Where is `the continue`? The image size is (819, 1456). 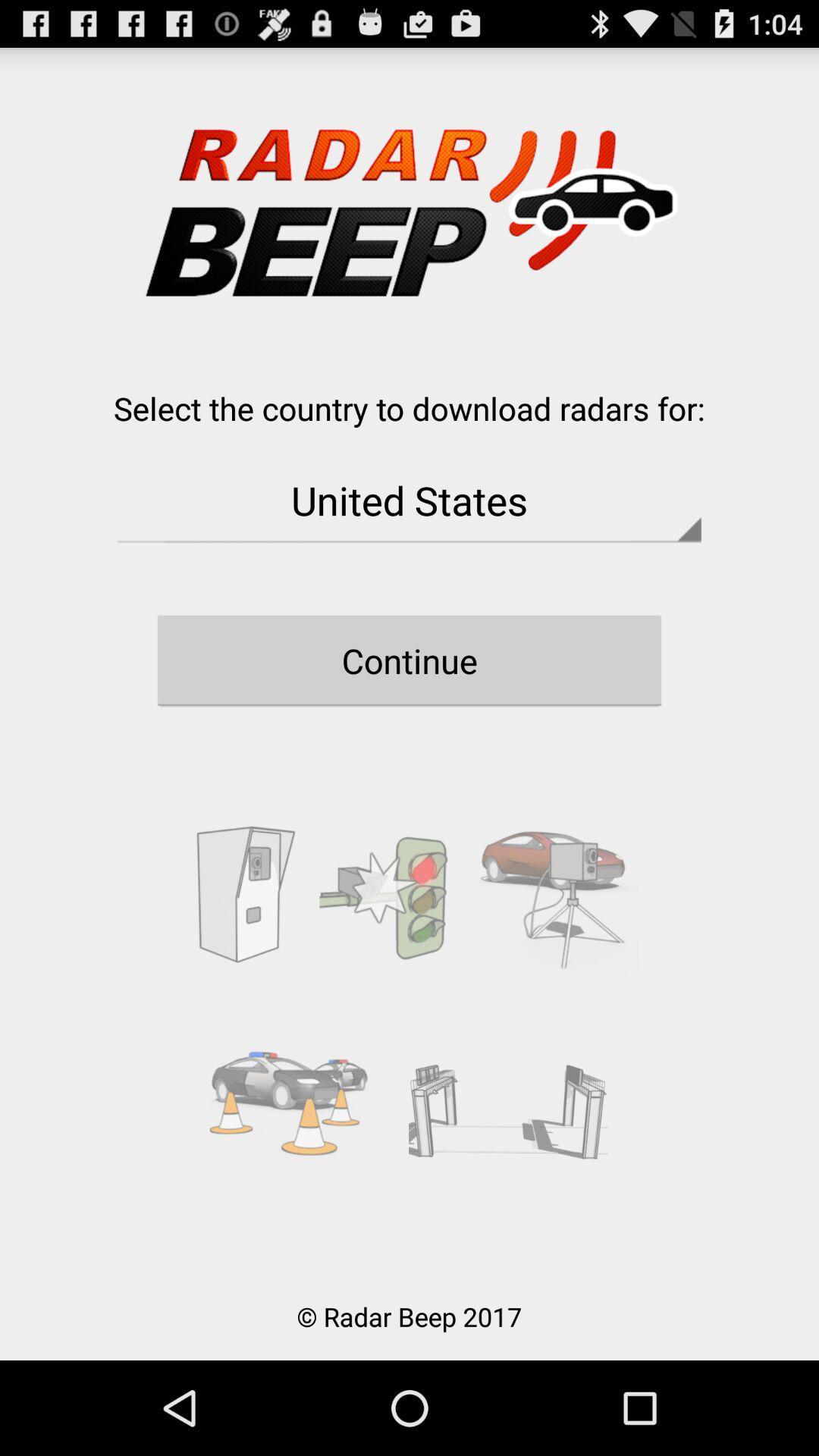
the continue is located at coordinates (409, 661).